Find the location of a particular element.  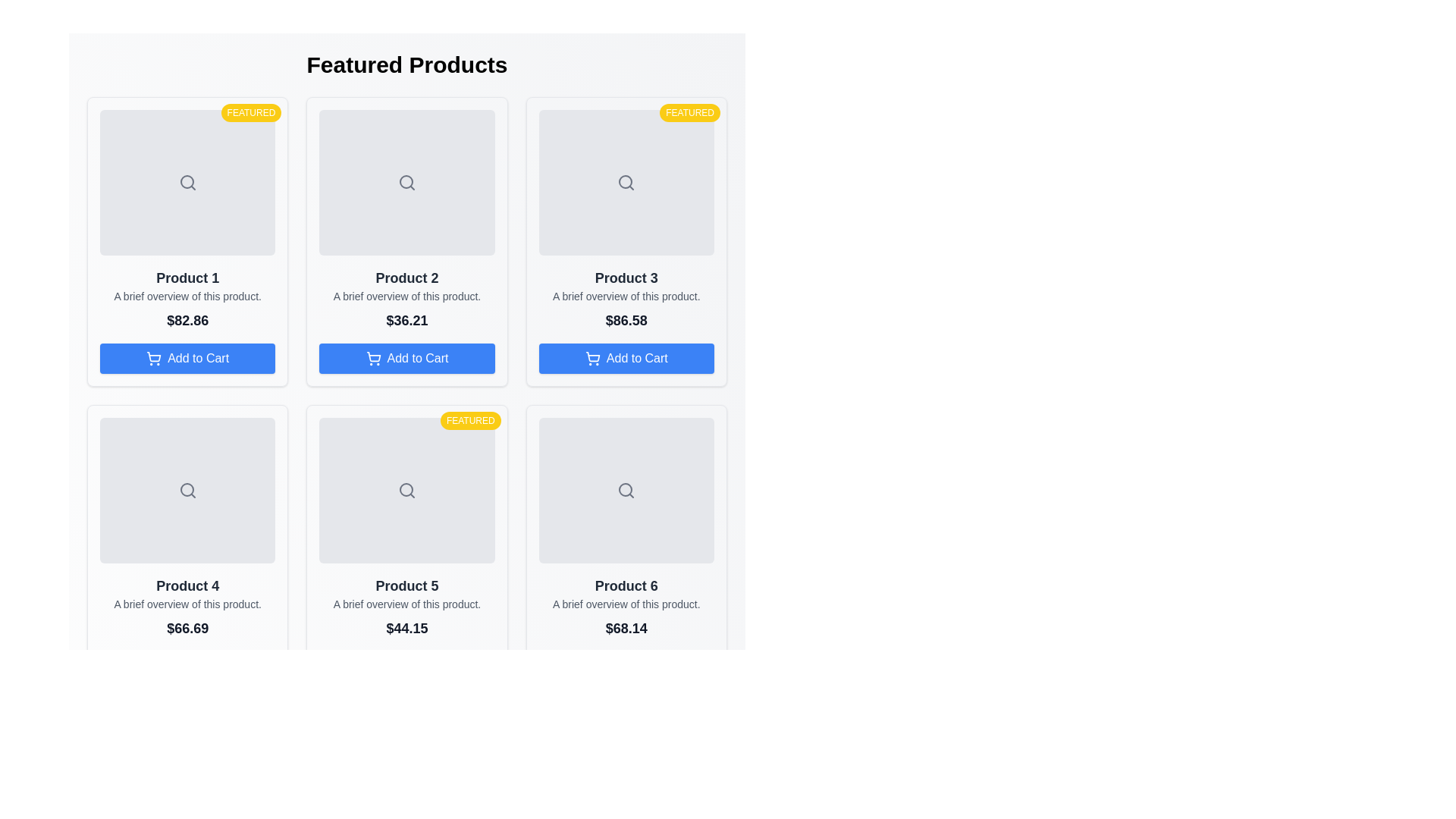

the text block displaying 'A brief overview of this product.' located in the product card for 'Product 4' is located at coordinates (187, 604).